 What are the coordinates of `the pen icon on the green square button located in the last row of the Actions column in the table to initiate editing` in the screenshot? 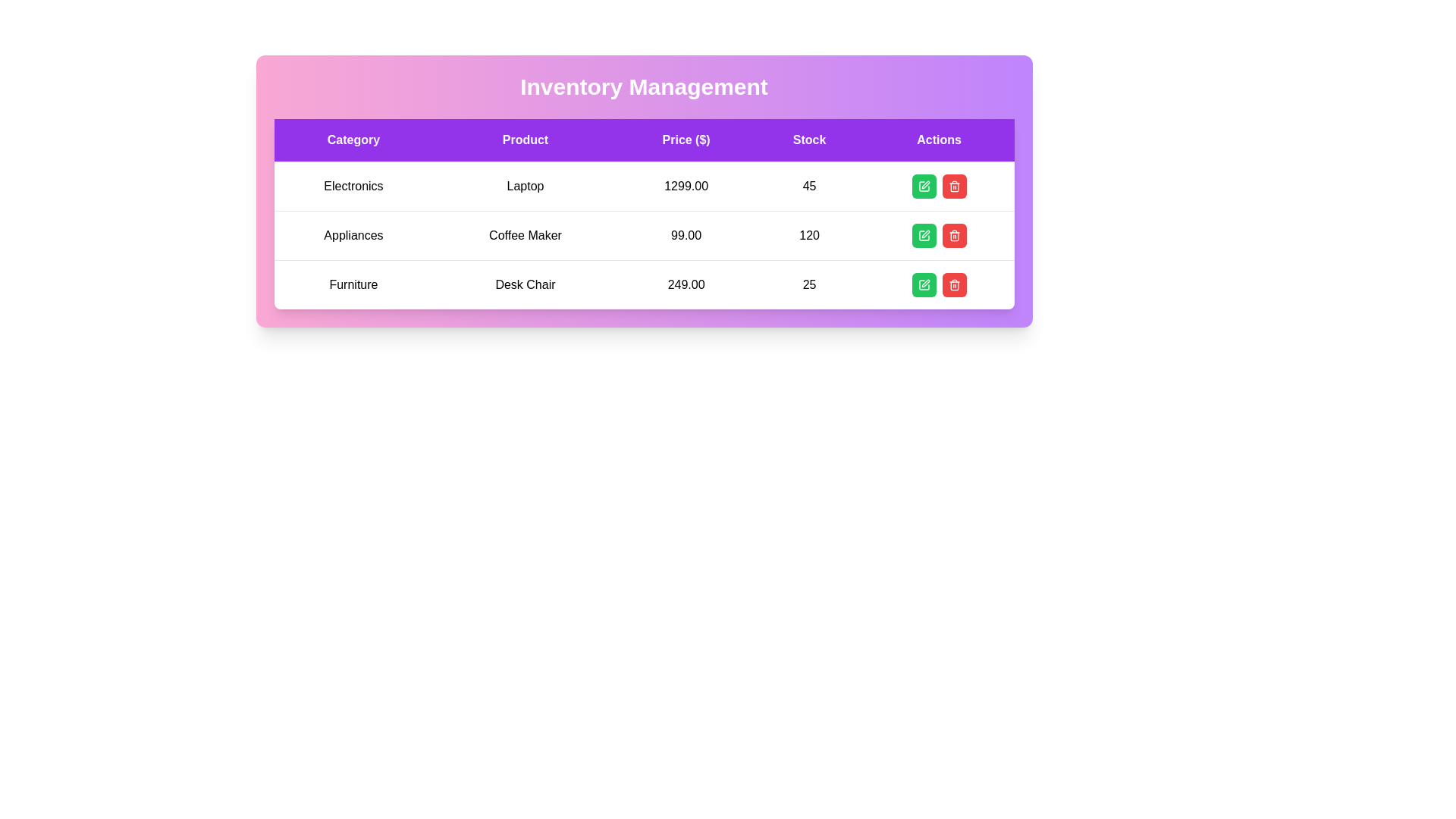 It's located at (923, 284).